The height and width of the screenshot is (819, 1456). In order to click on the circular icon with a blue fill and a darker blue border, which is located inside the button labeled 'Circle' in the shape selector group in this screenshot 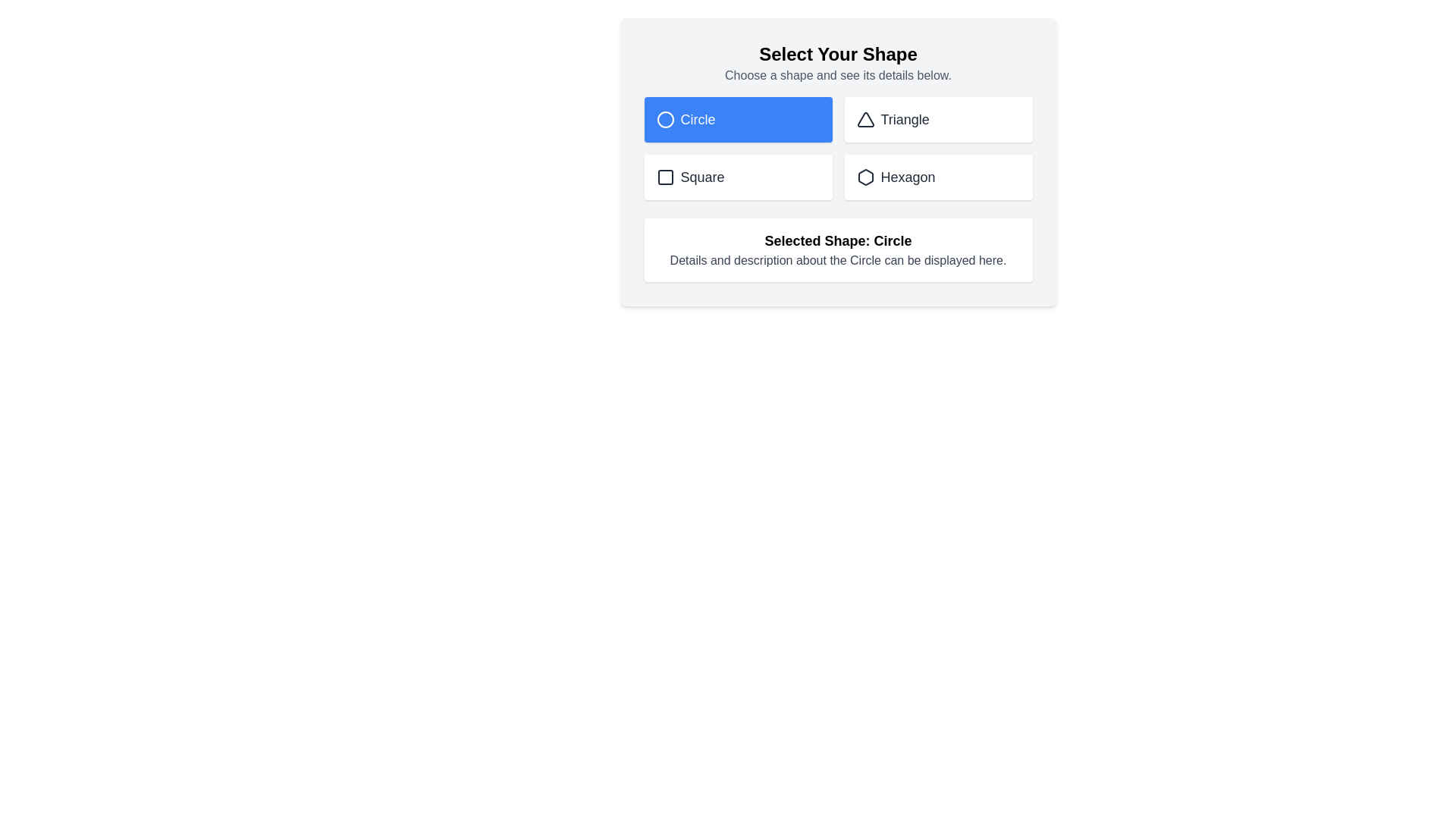, I will do `click(665, 119)`.